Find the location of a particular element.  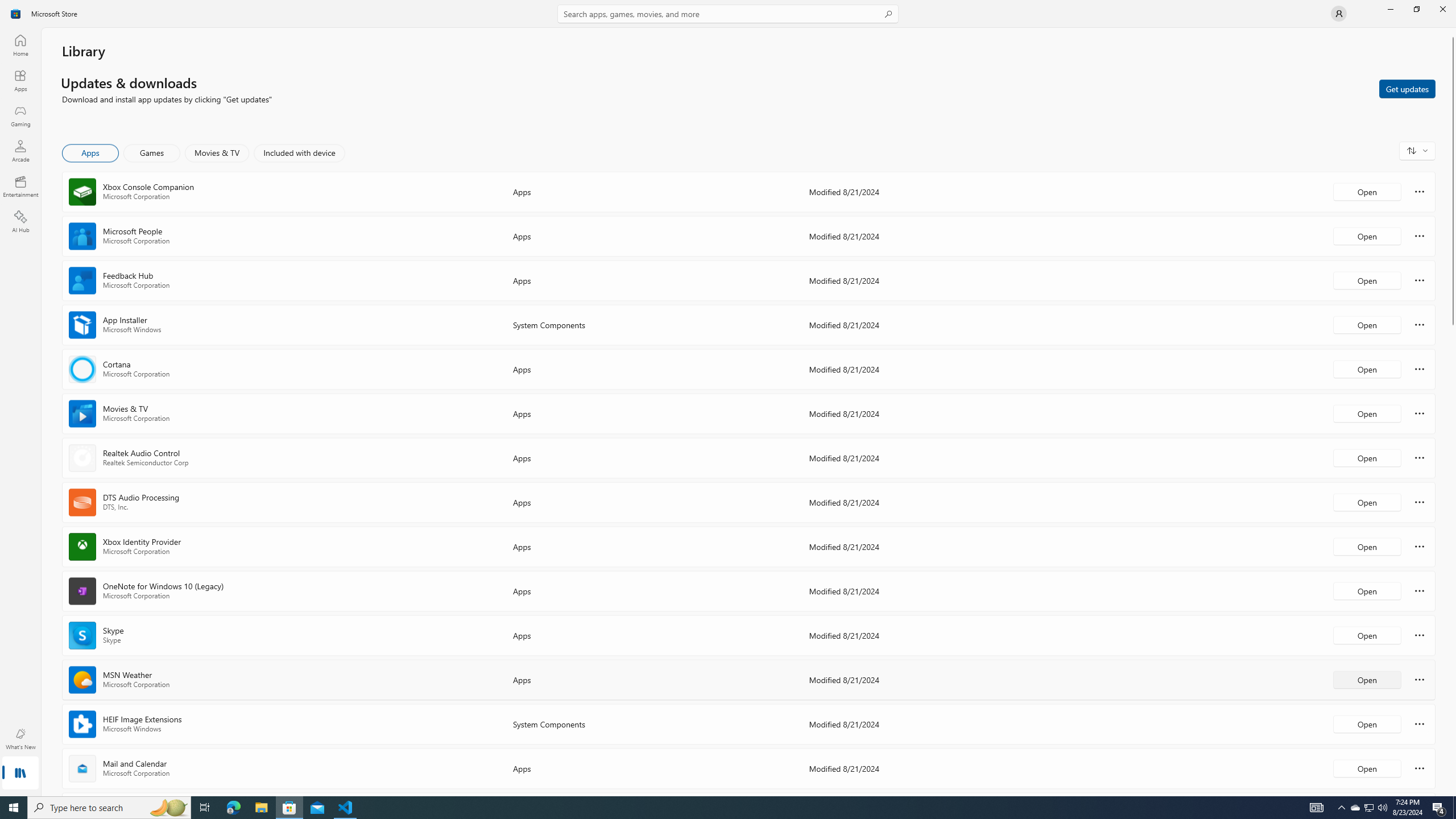

'Apps' is located at coordinates (19, 80).